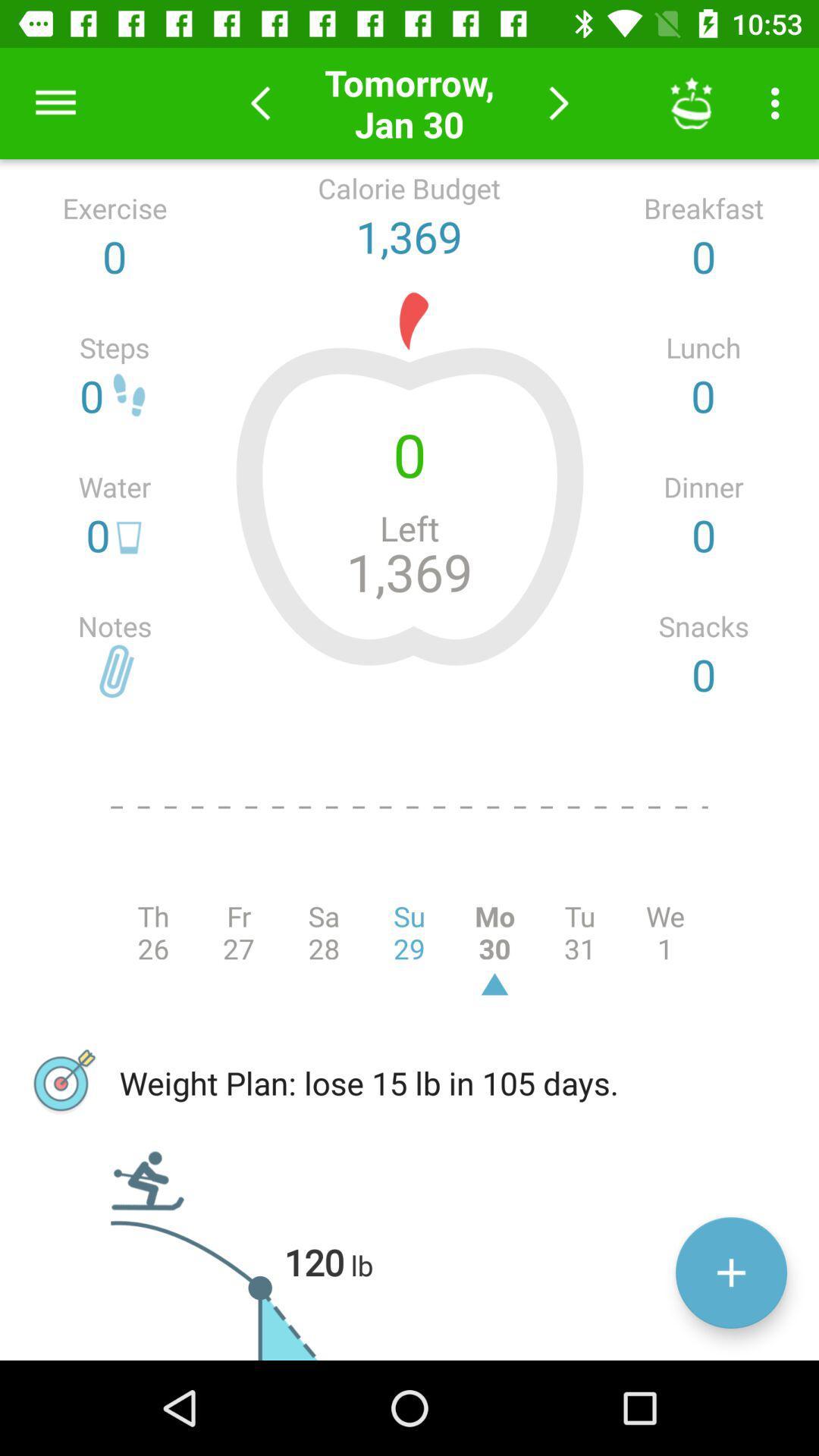  What do you see at coordinates (730, 1272) in the screenshot?
I see `the add icon` at bounding box center [730, 1272].